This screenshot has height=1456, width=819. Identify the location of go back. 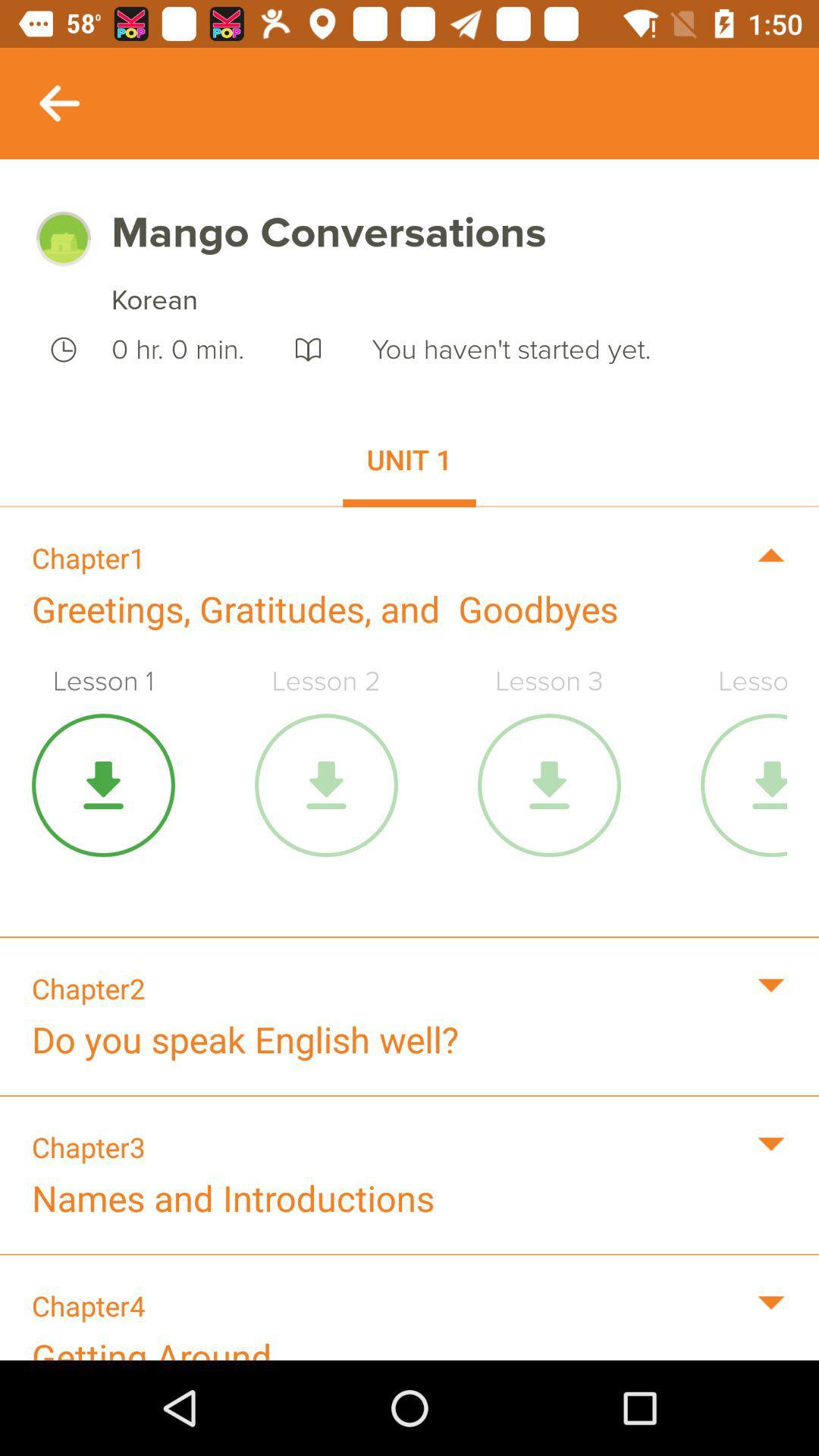
(58, 102).